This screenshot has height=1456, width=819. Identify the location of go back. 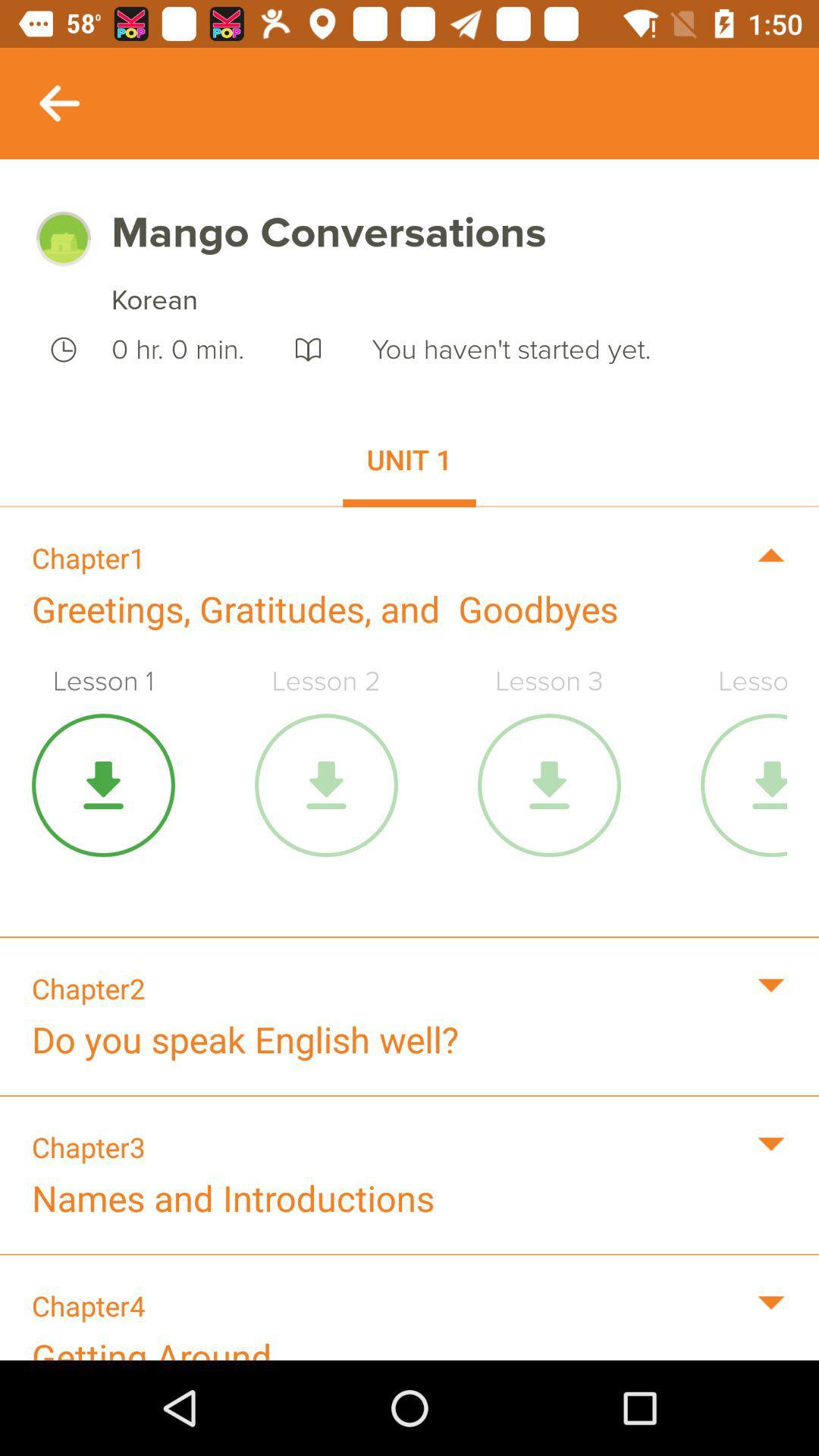
(58, 102).